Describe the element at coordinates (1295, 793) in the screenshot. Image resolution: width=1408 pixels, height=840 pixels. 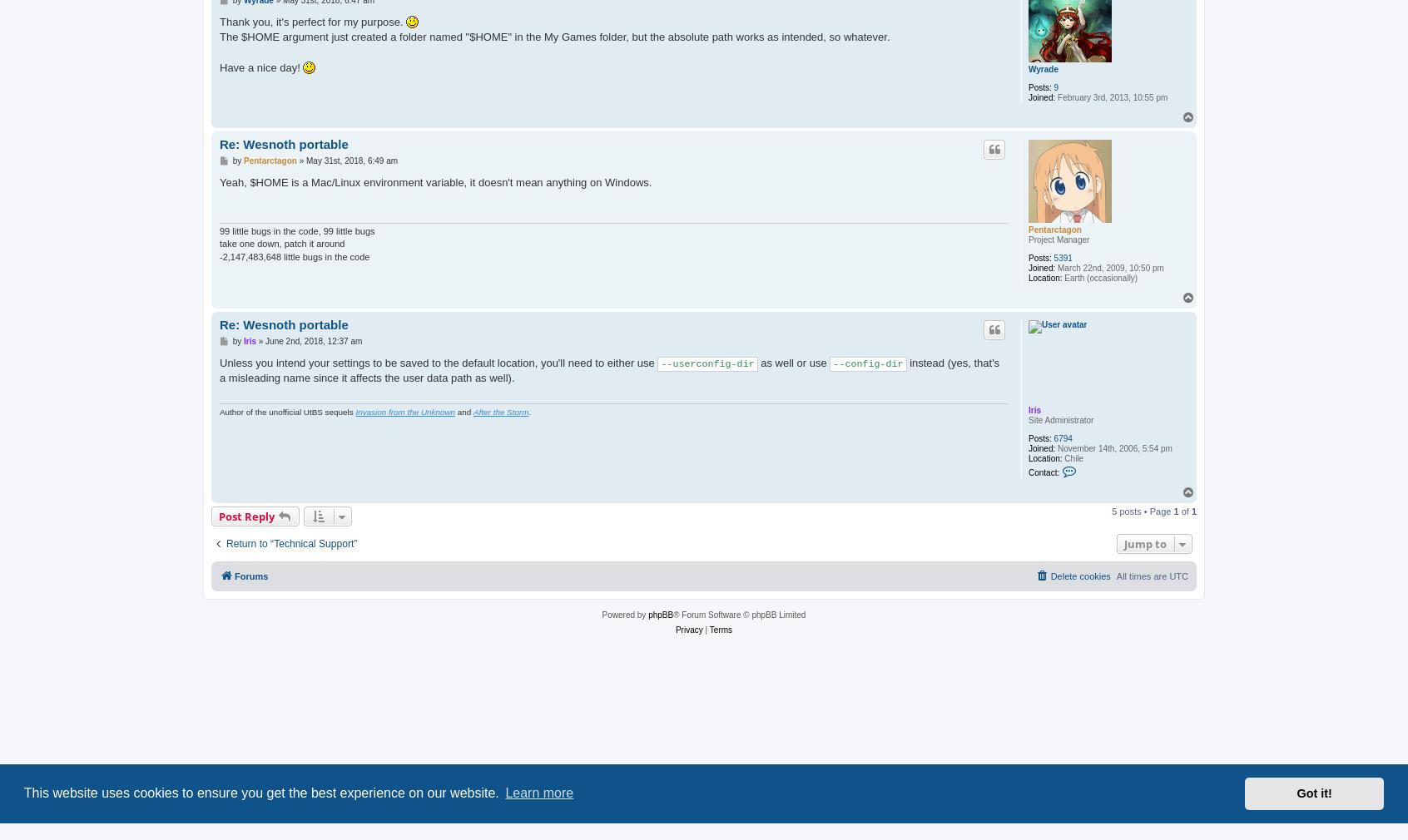
I see `'Got it!'` at that location.